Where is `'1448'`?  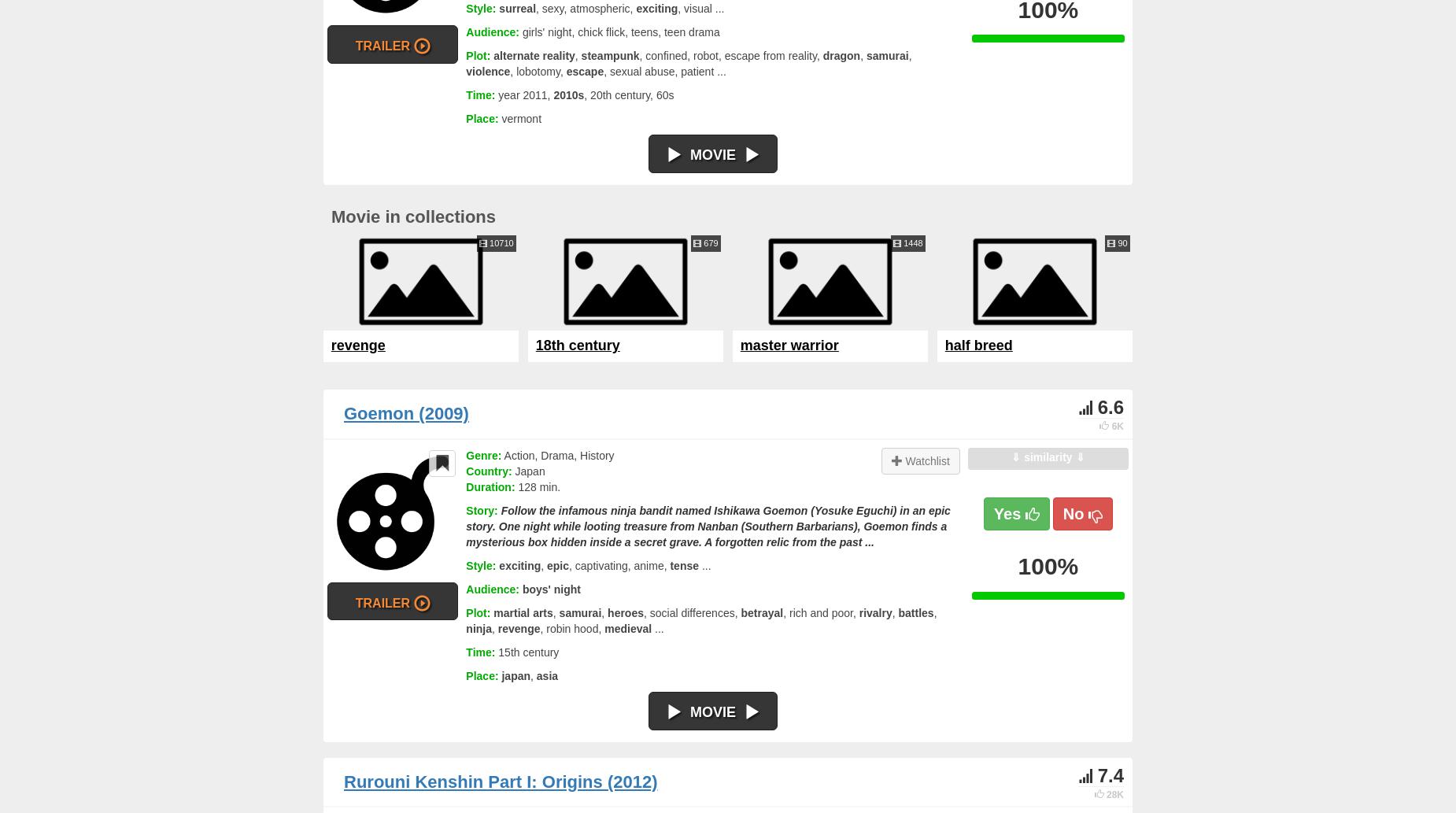 '1448' is located at coordinates (911, 242).